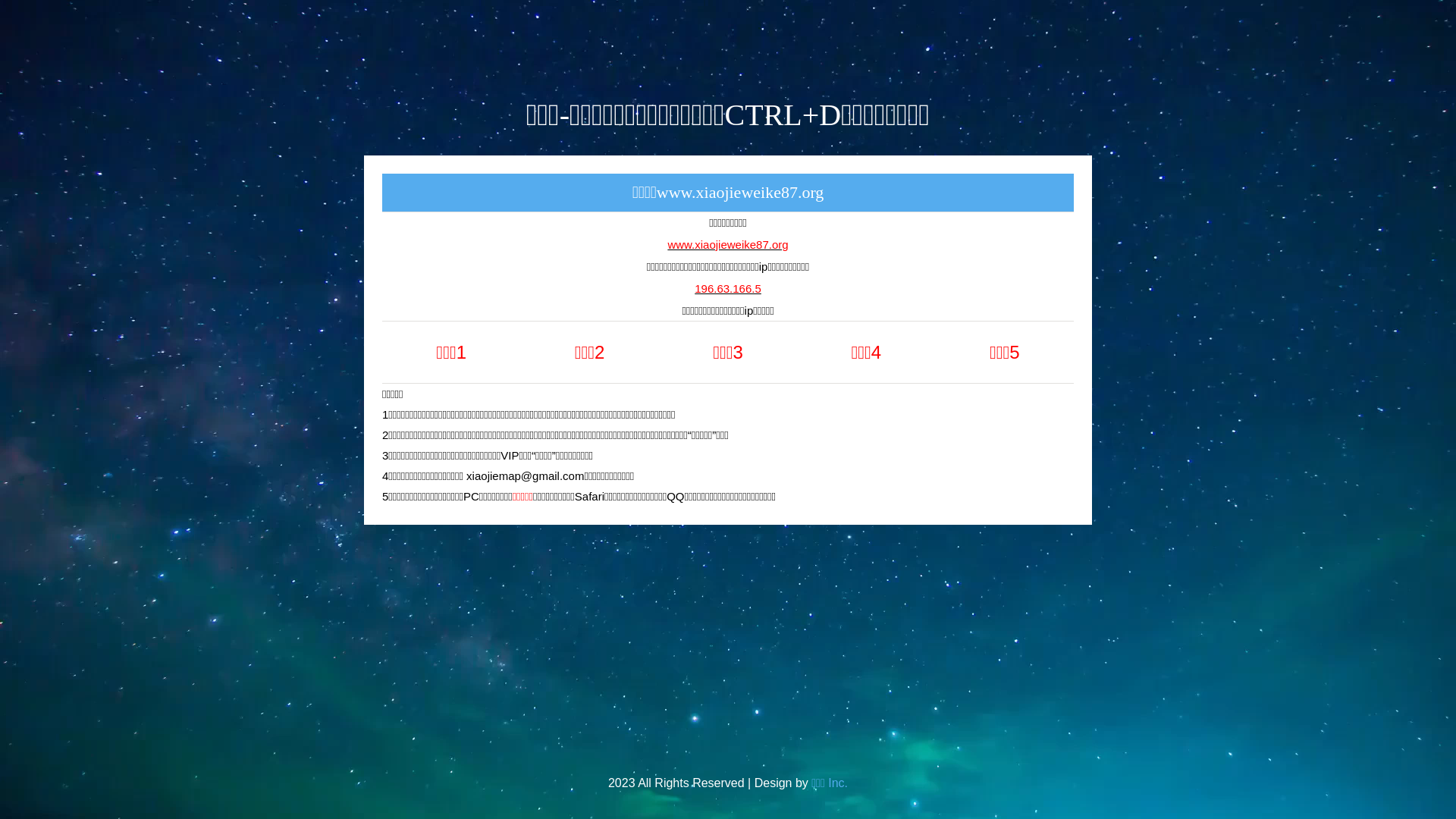 Image resolution: width=1456 pixels, height=819 pixels. What do you see at coordinates (728, 253) in the screenshot?
I see `'www.xiaojieweike87.org'` at bounding box center [728, 253].